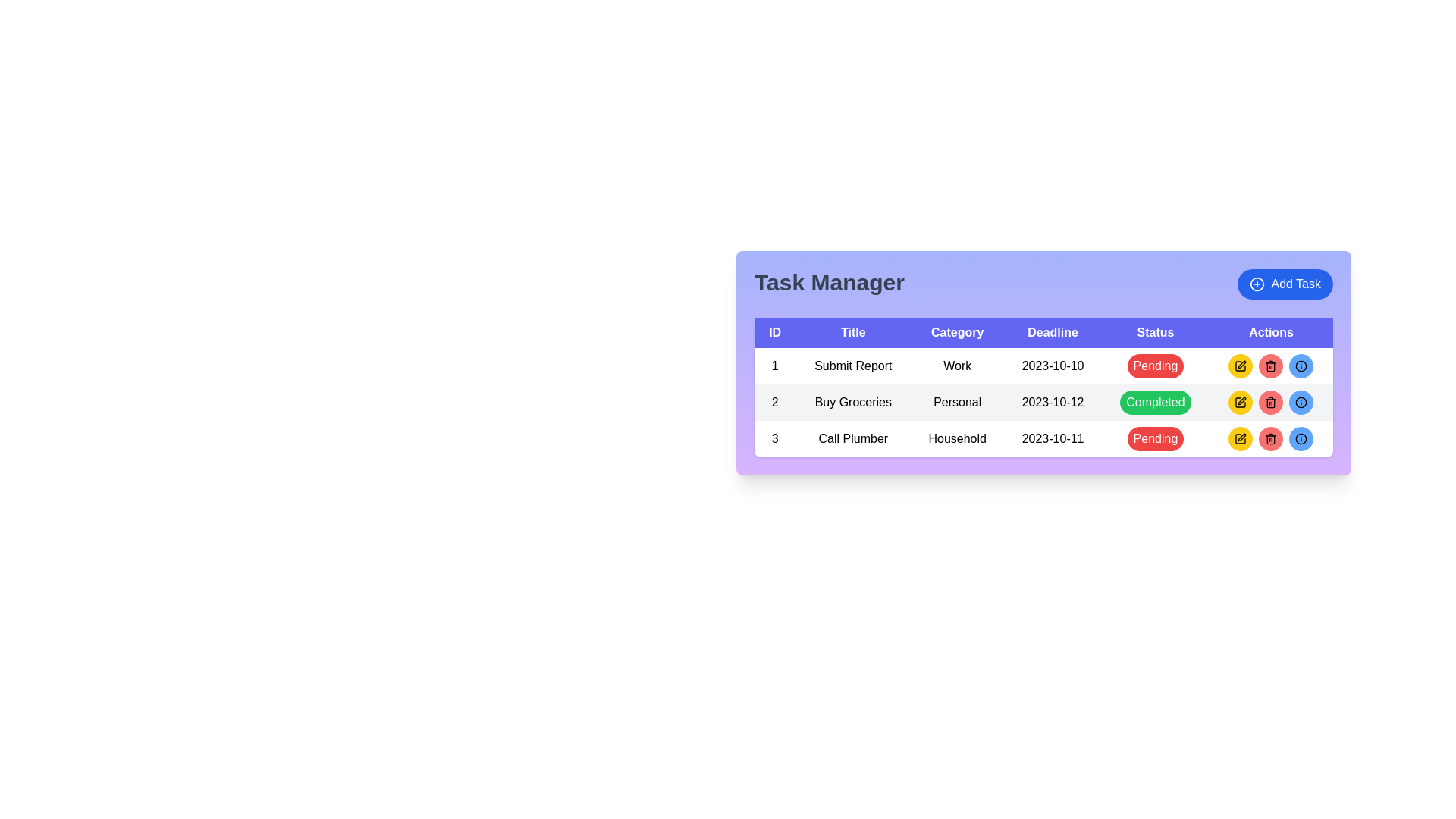 Image resolution: width=1456 pixels, height=819 pixels. I want to click on the Trash Icon Button, which is the second button in the 'Actions' column of the third row titled 'Call Plumber', so click(1271, 366).